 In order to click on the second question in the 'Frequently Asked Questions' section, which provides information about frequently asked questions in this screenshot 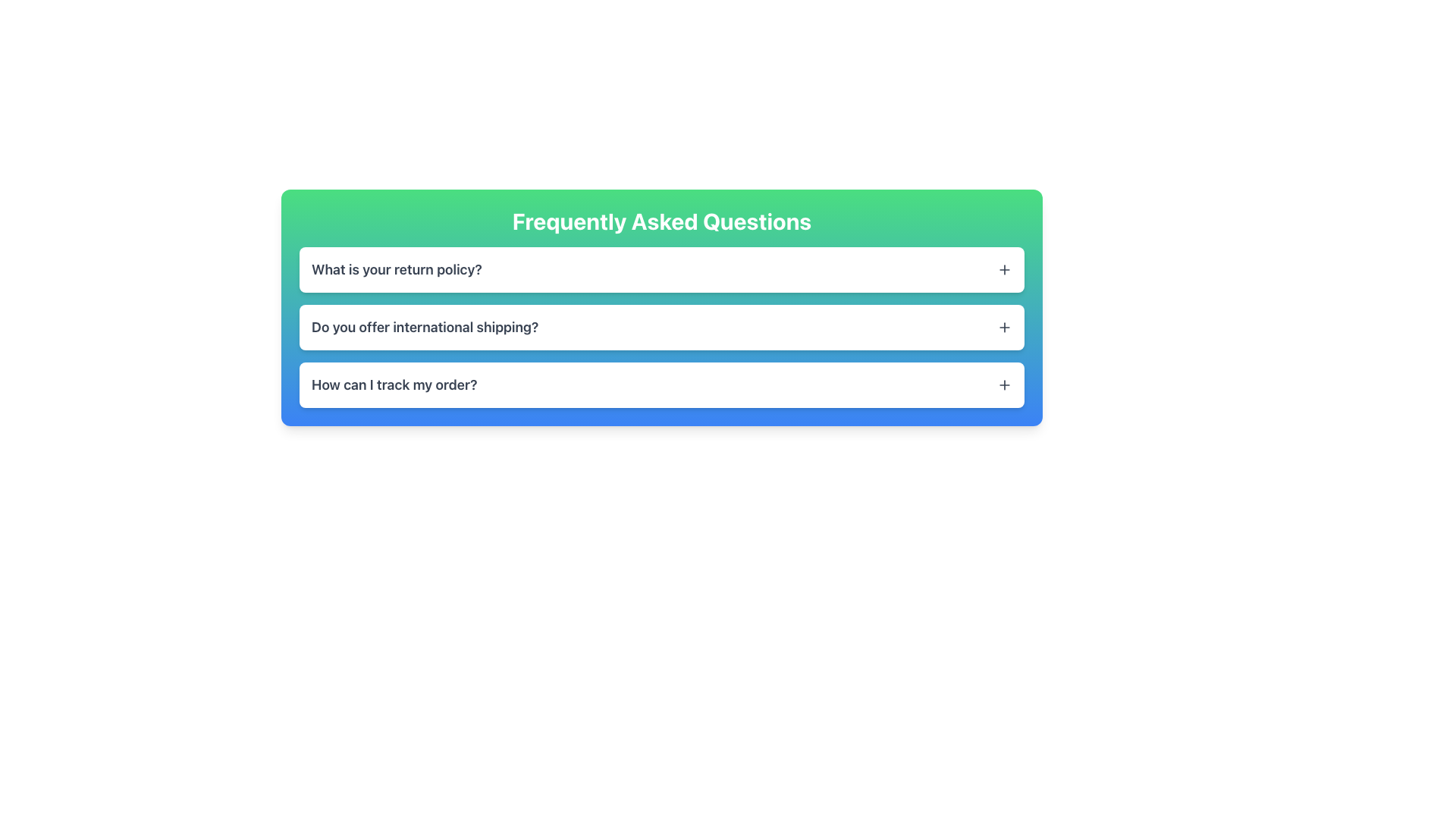, I will do `click(662, 327)`.